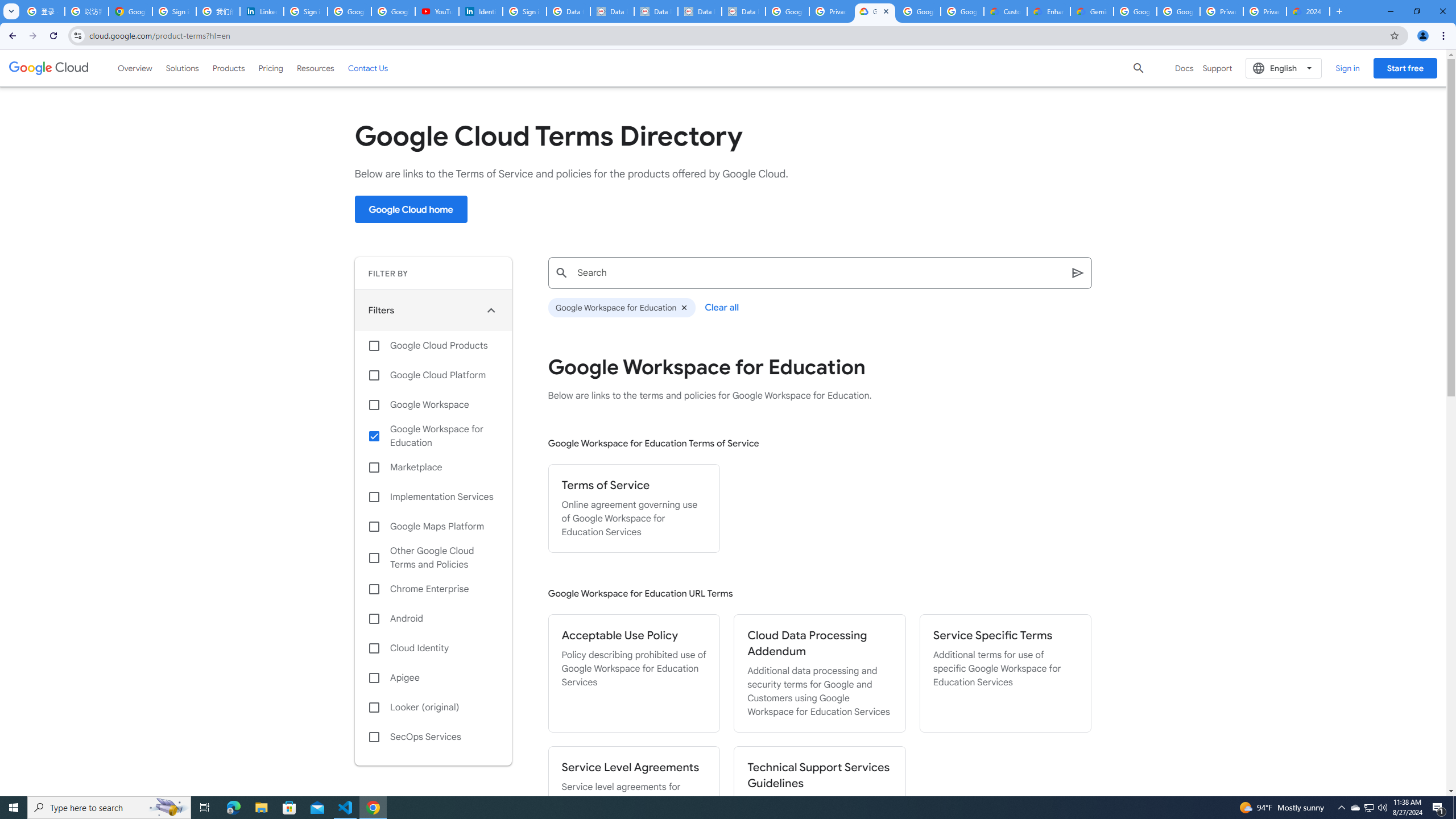 The height and width of the screenshot is (819, 1456). Describe the element at coordinates (1217, 67) in the screenshot. I see `'Support'` at that location.